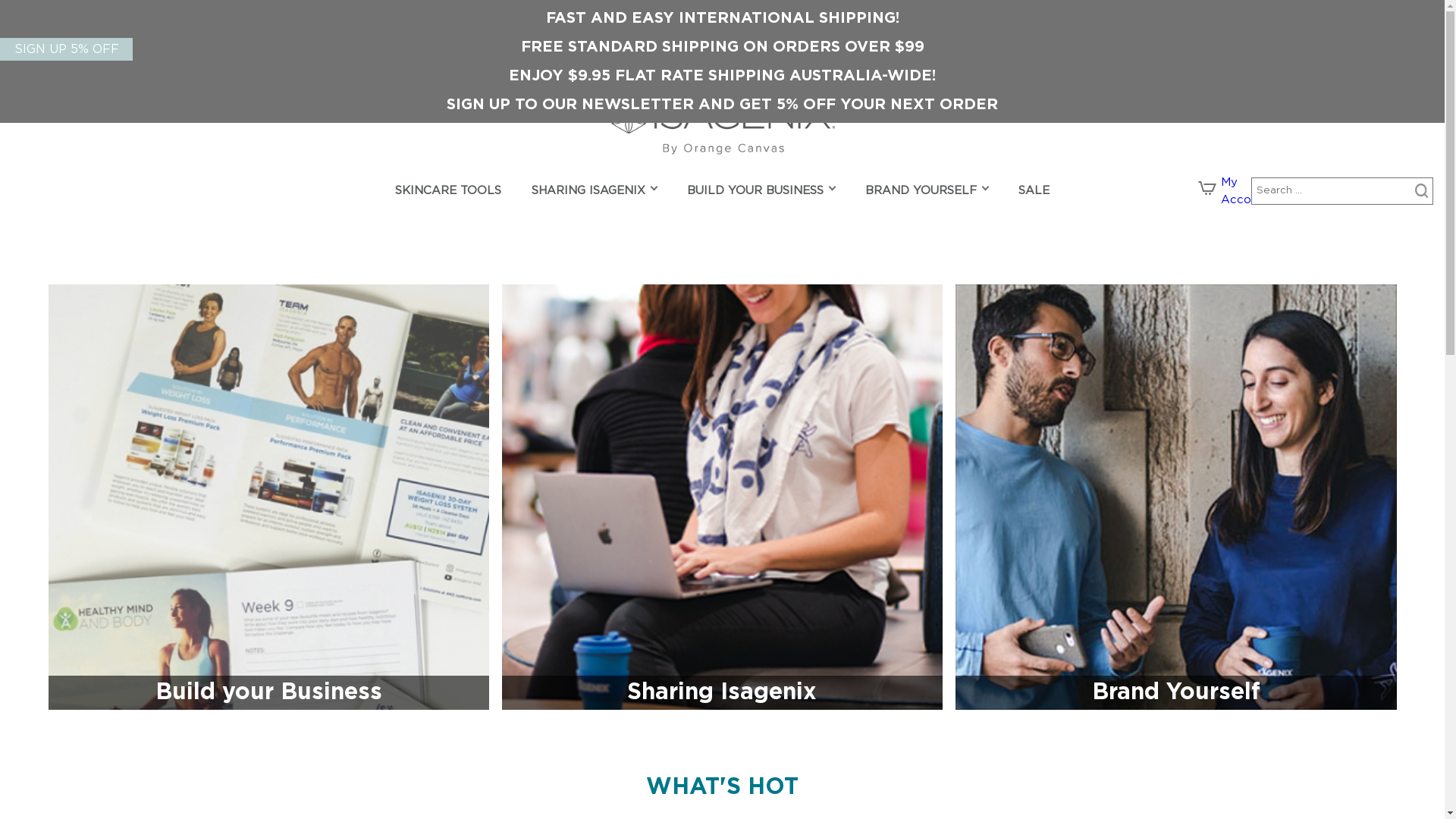 This screenshot has width=1456, height=819. Describe the element at coordinates (1018, 192) in the screenshot. I see `'SALE'` at that location.